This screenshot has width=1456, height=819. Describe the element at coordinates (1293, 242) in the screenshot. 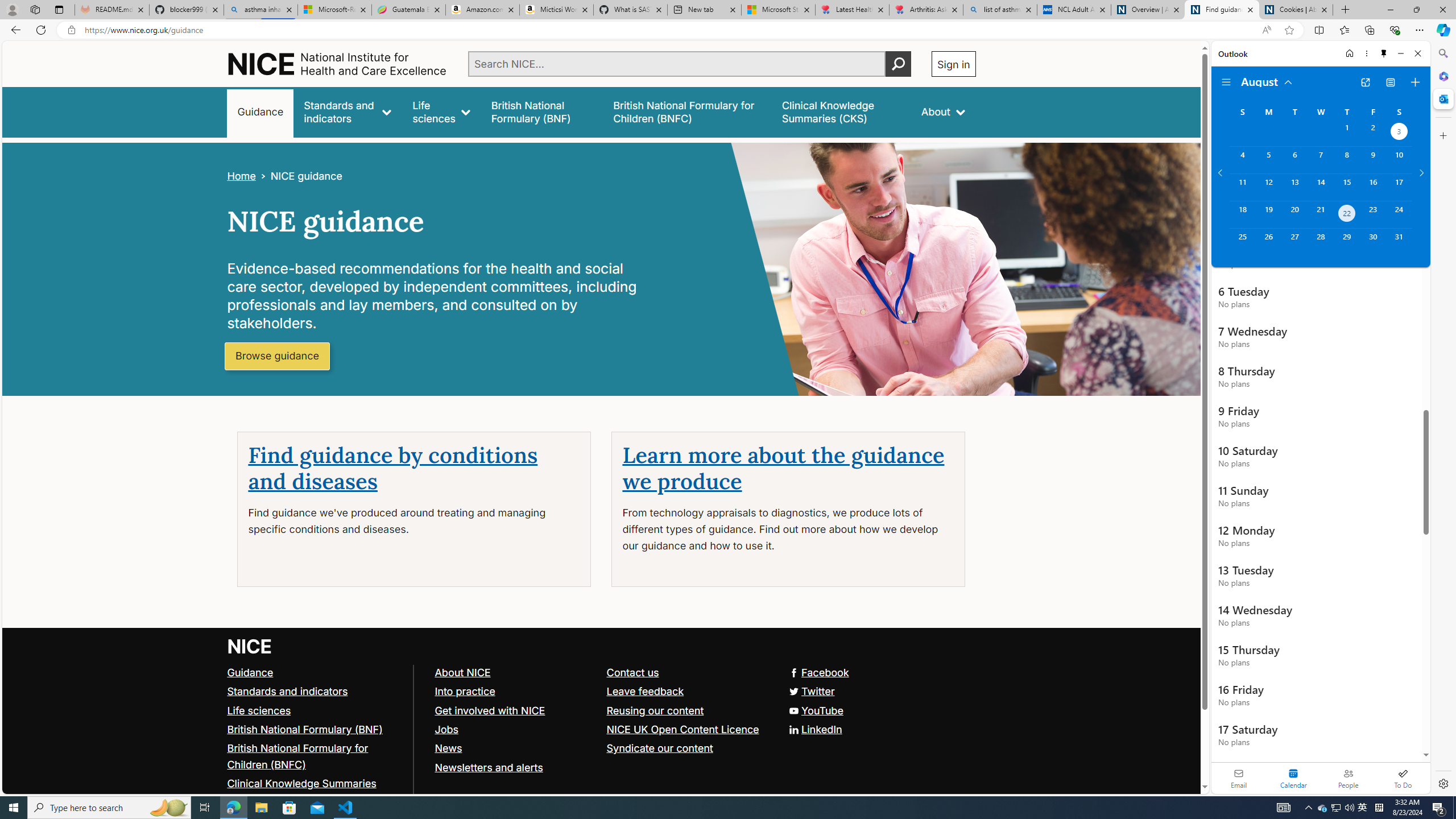

I see `'Tuesday, August 27, 2024. '` at that location.